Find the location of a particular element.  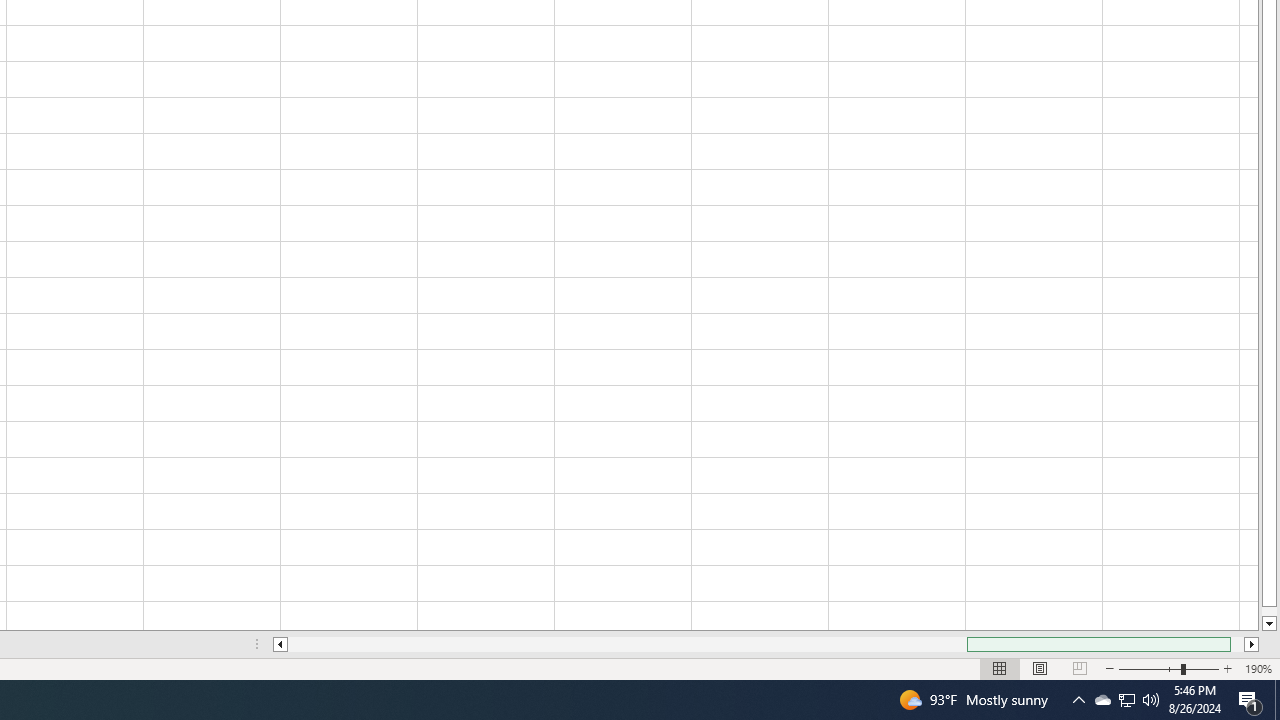

'Zoom In' is located at coordinates (1226, 669).